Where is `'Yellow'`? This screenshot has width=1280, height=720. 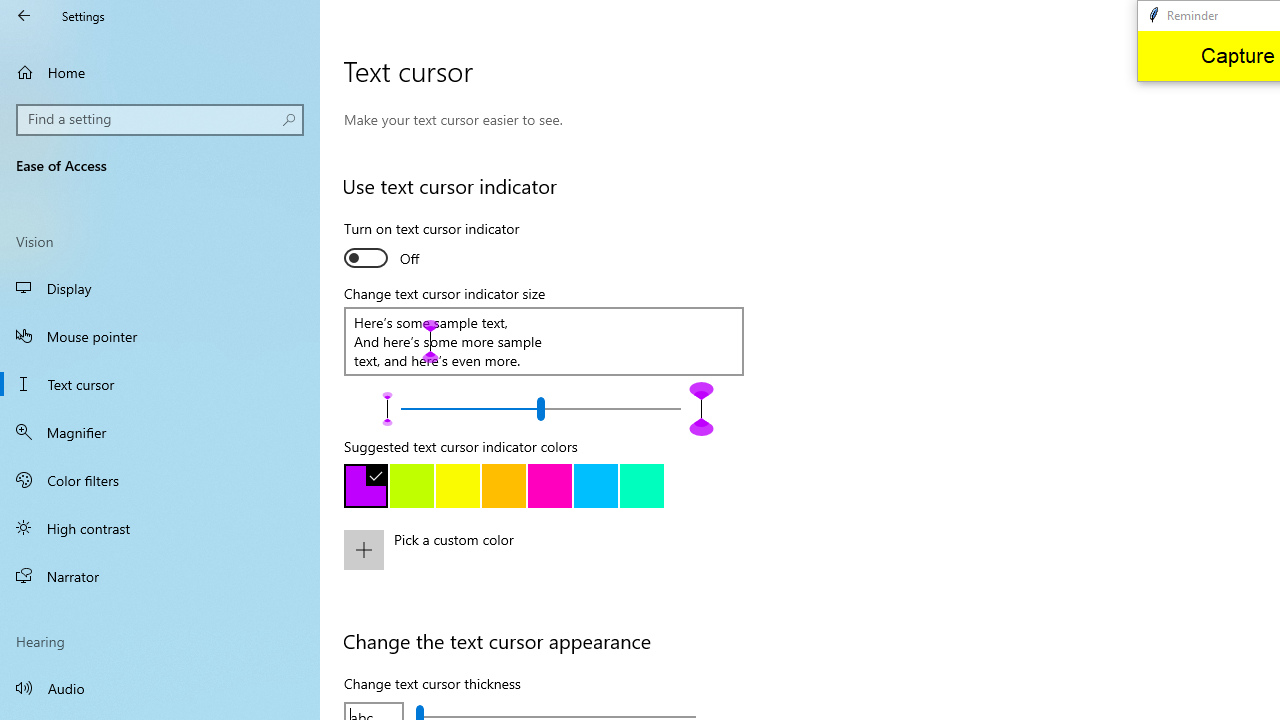
'Yellow' is located at coordinates (457, 486).